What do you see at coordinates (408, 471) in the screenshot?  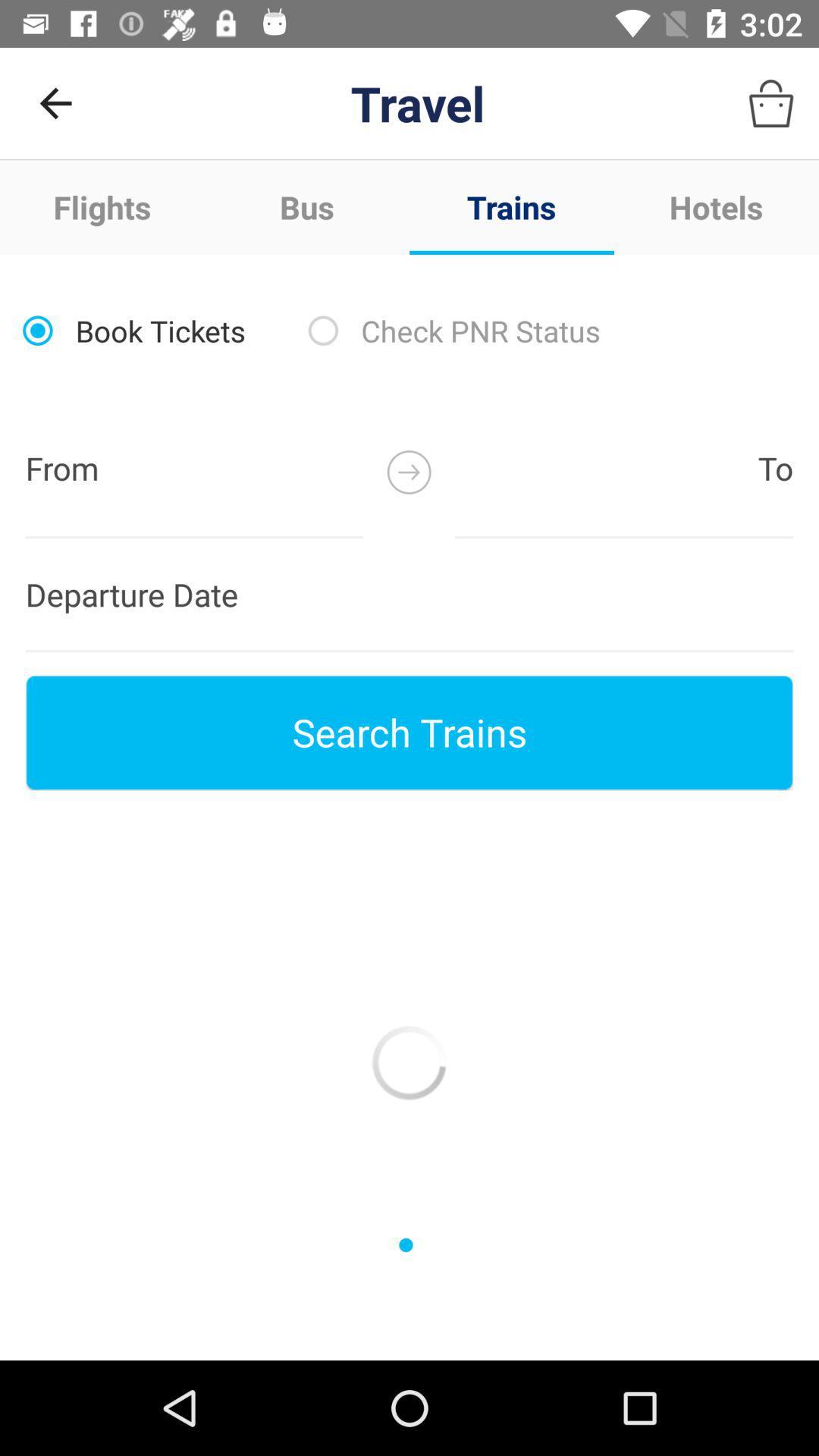 I see `the arrow_forward icon` at bounding box center [408, 471].